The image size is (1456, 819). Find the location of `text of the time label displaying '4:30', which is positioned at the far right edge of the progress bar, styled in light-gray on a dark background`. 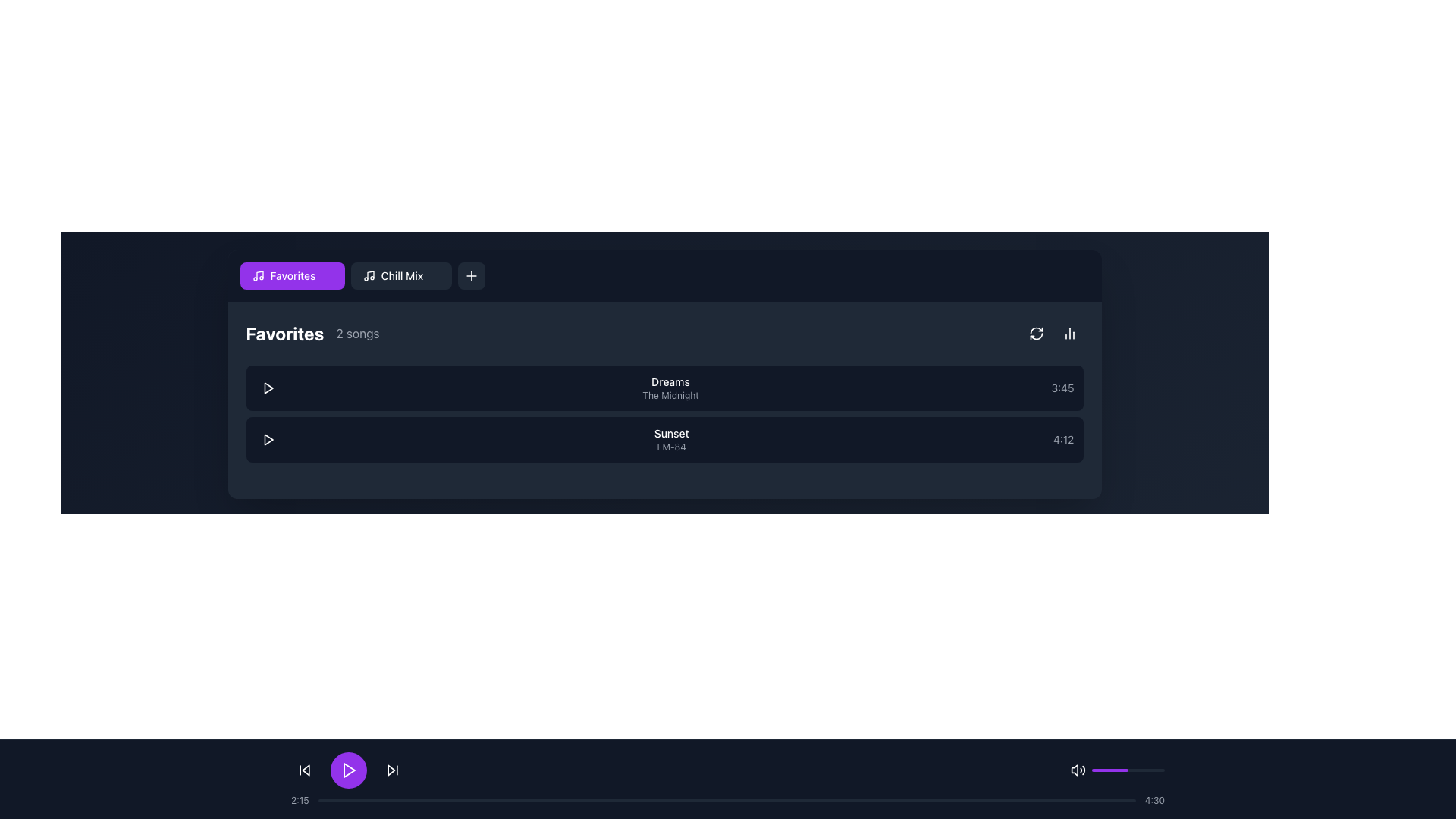

text of the time label displaying '4:30', which is positioned at the far right edge of the progress bar, styled in light-gray on a dark background is located at coordinates (1153, 800).